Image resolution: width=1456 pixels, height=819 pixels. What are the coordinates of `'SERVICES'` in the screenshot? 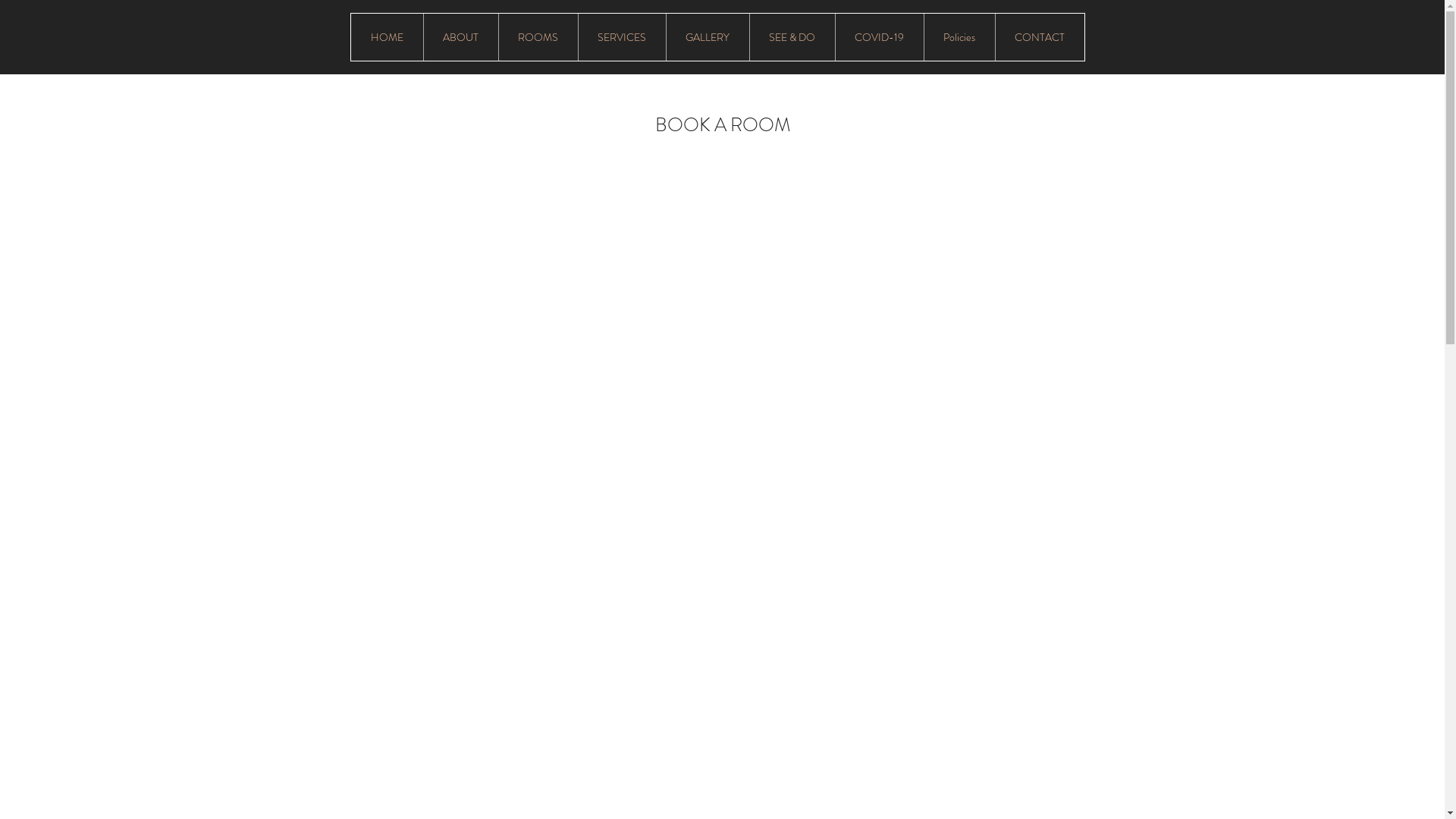 It's located at (622, 36).